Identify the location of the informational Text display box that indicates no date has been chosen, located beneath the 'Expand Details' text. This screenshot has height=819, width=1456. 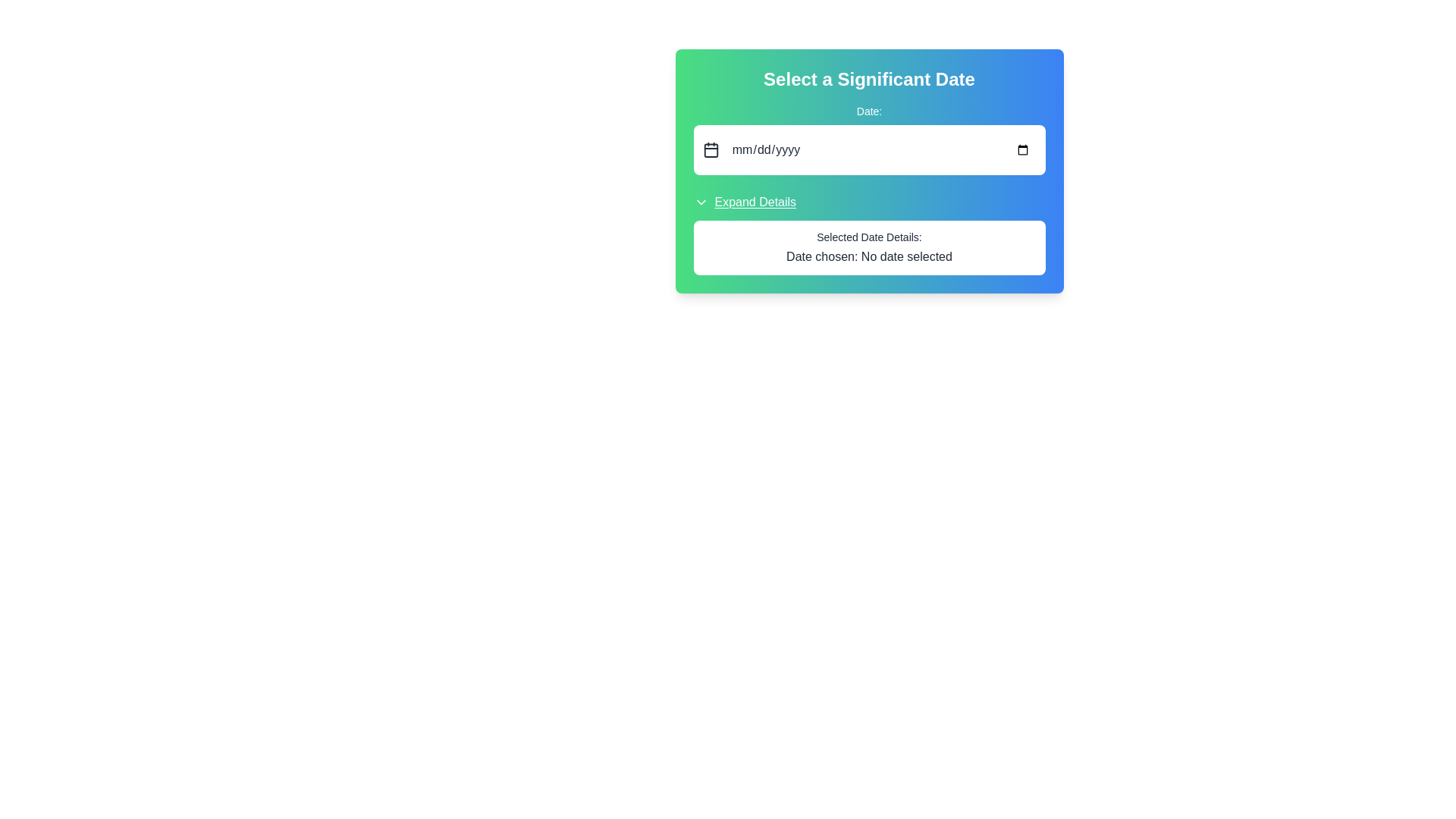
(869, 247).